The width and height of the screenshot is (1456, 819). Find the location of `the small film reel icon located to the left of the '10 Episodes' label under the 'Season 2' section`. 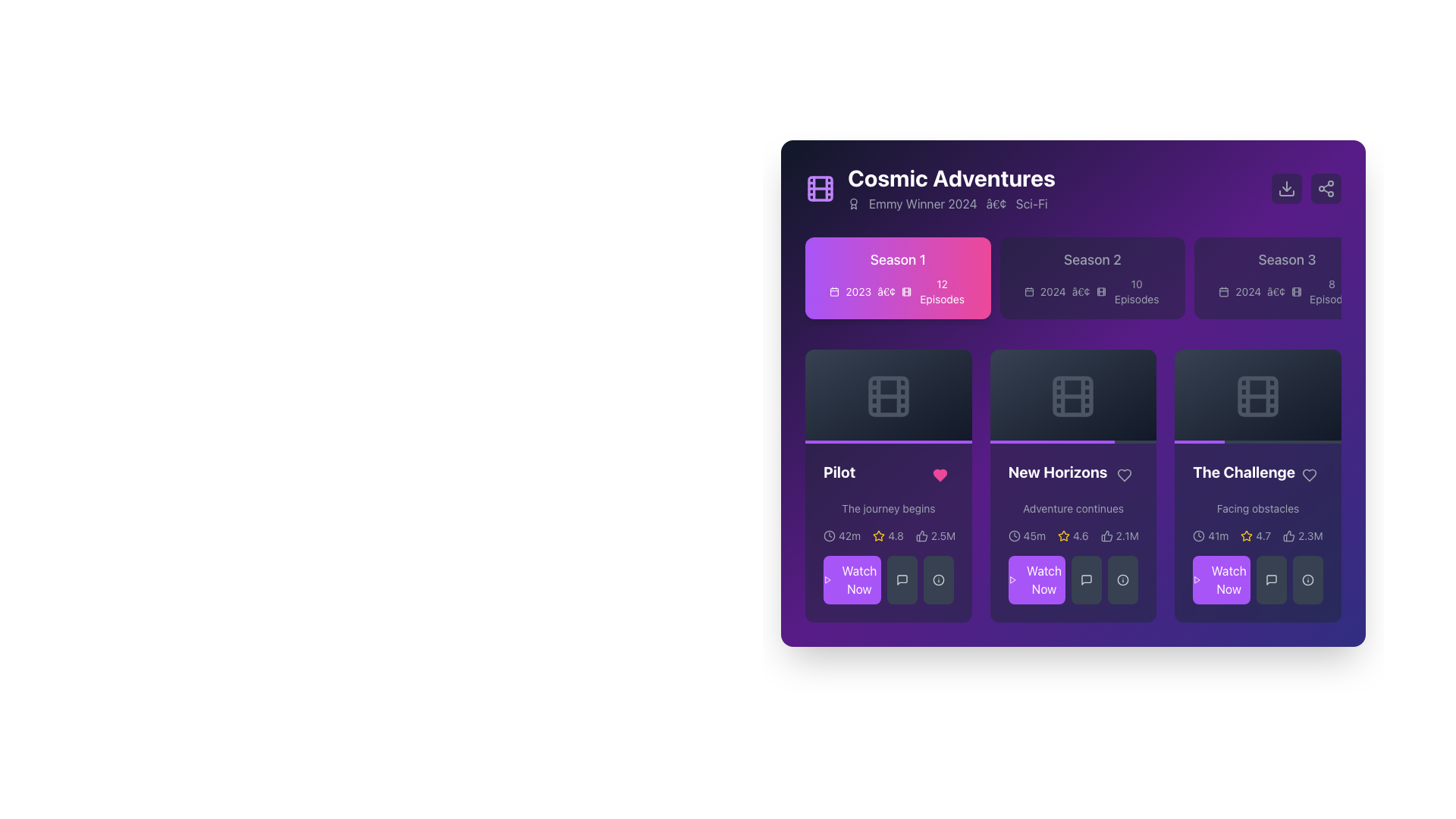

the small film reel icon located to the left of the '10 Episodes' label under the 'Season 2' section is located at coordinates (1101, 292).